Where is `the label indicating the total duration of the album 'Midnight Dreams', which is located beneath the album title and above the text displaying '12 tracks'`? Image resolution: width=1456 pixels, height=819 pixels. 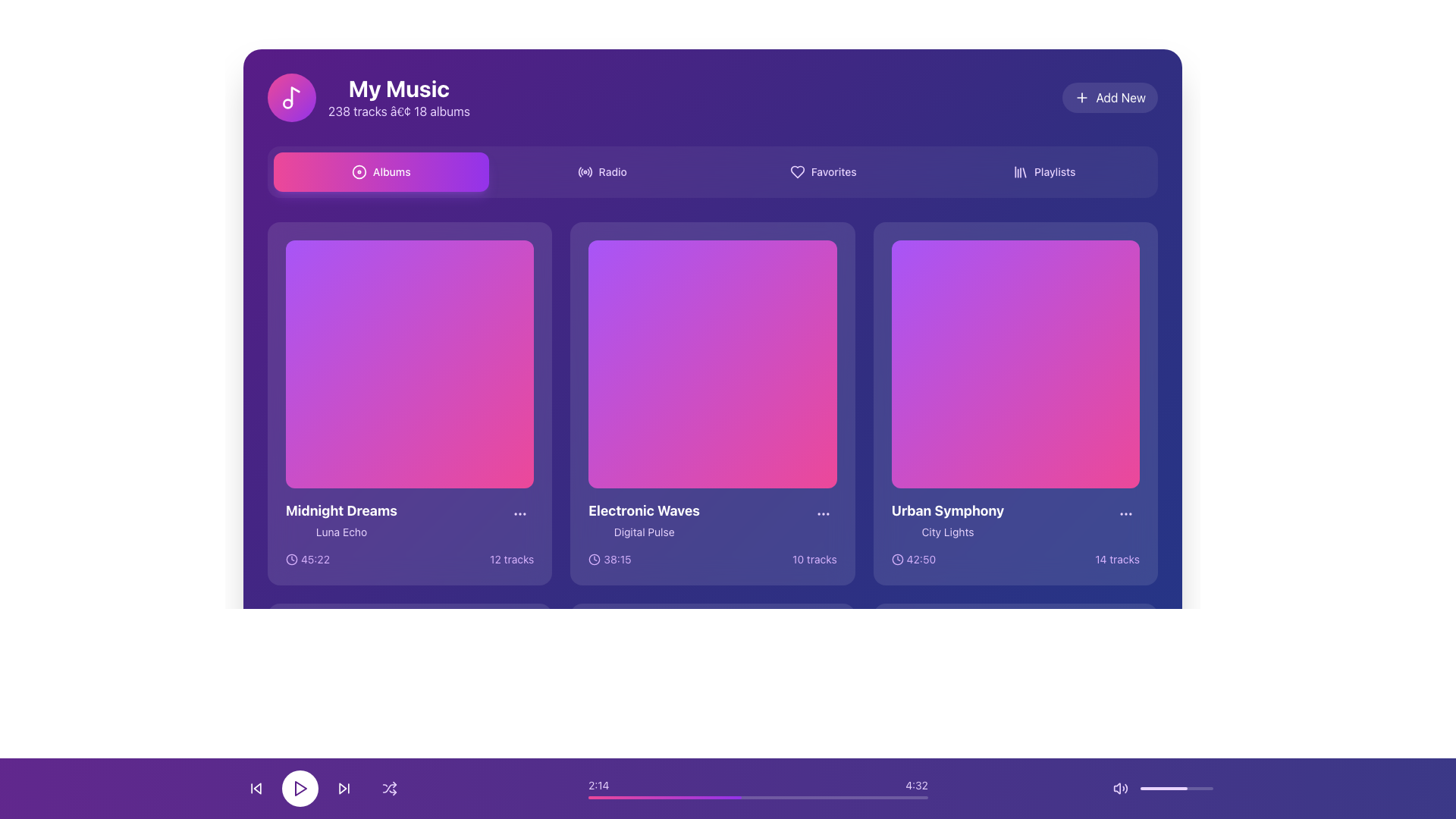 the label indicating the total duration of the album 'Midnight Dreams', which is located beneath the album title and above the text displaying '12 tracks' is located at coordinates (307, 560).